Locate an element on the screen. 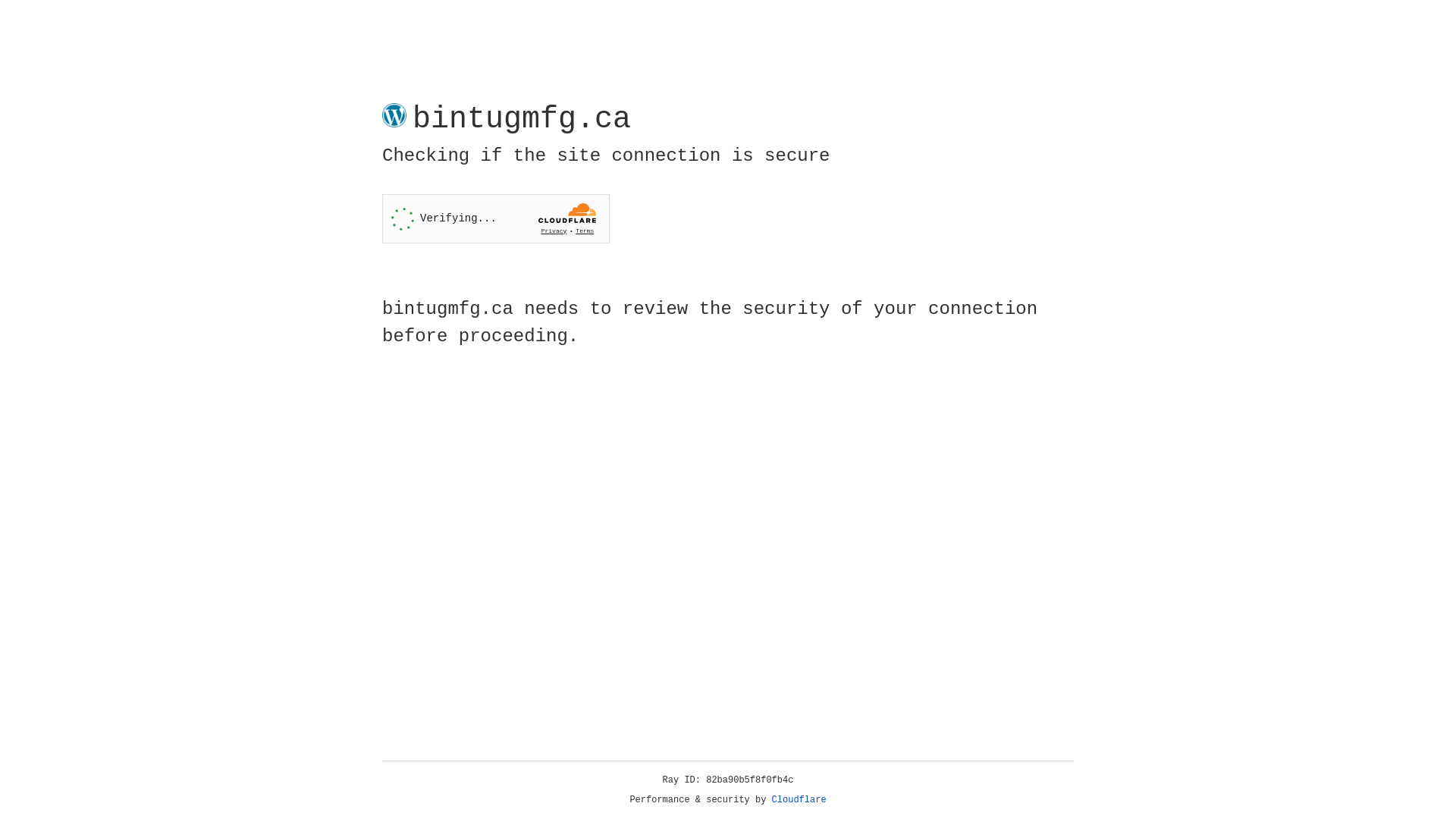 The height and width of the screenshot is (819, 1456). 'Cloudflare' is located at coordinates (799, 799).